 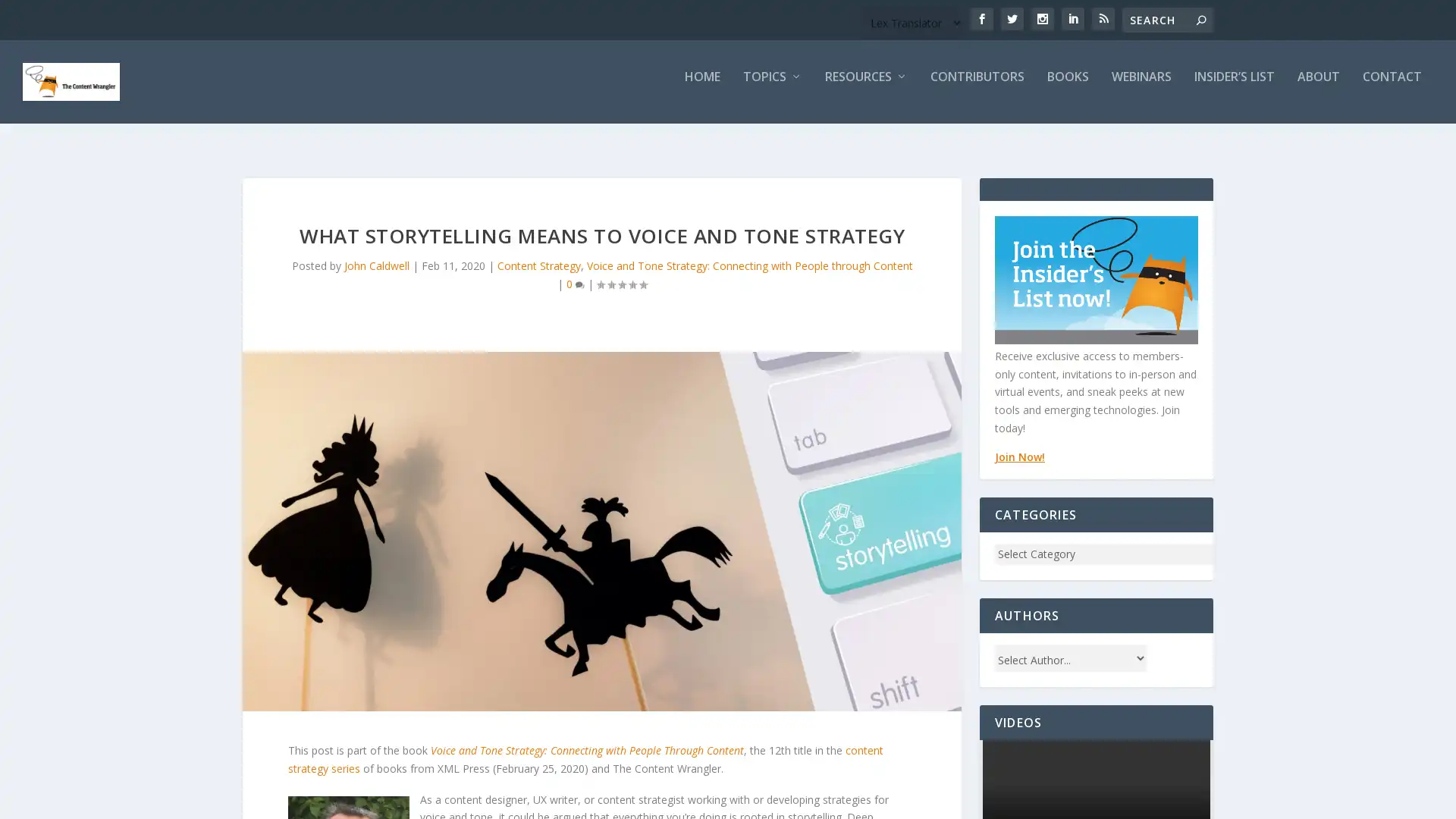 I want to click on Log In, so click(x=315, y=591).